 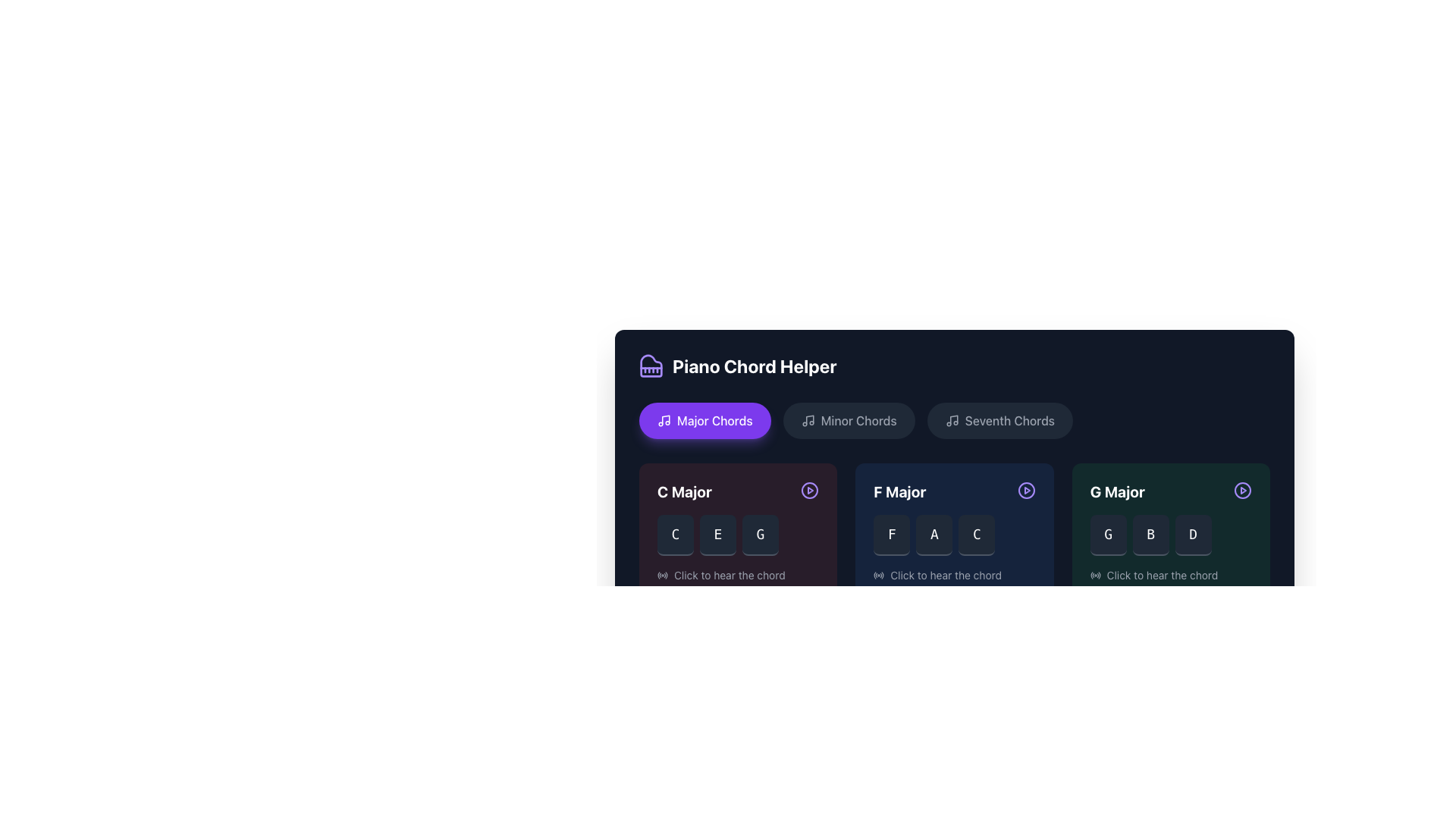 I want to click on the first button in the 'C Major' row, so click(x=675, y=534).